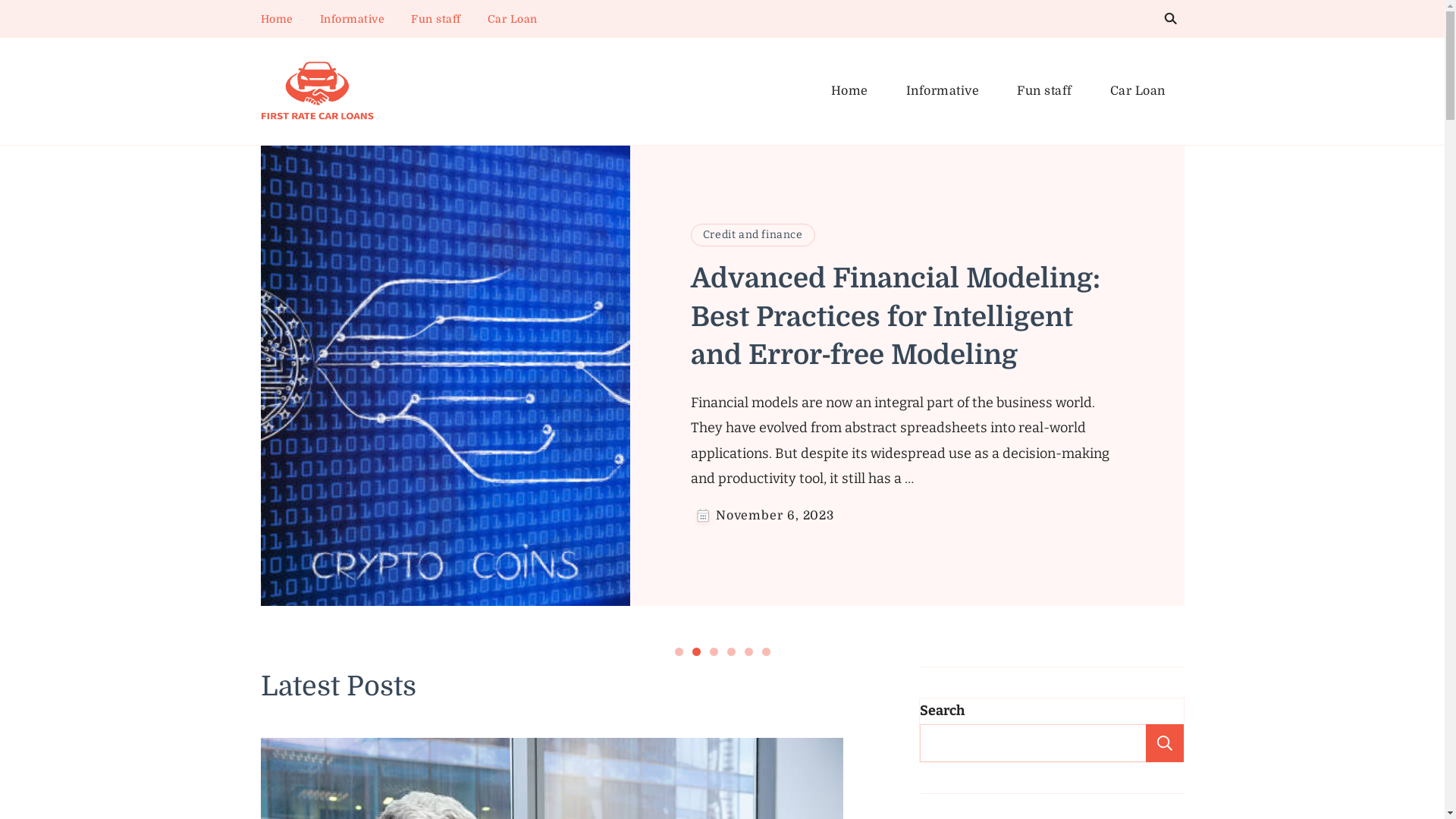 The height and width of the screenshot is (819, 1456). I want to click on 'Car Loan', so click(512, 18).